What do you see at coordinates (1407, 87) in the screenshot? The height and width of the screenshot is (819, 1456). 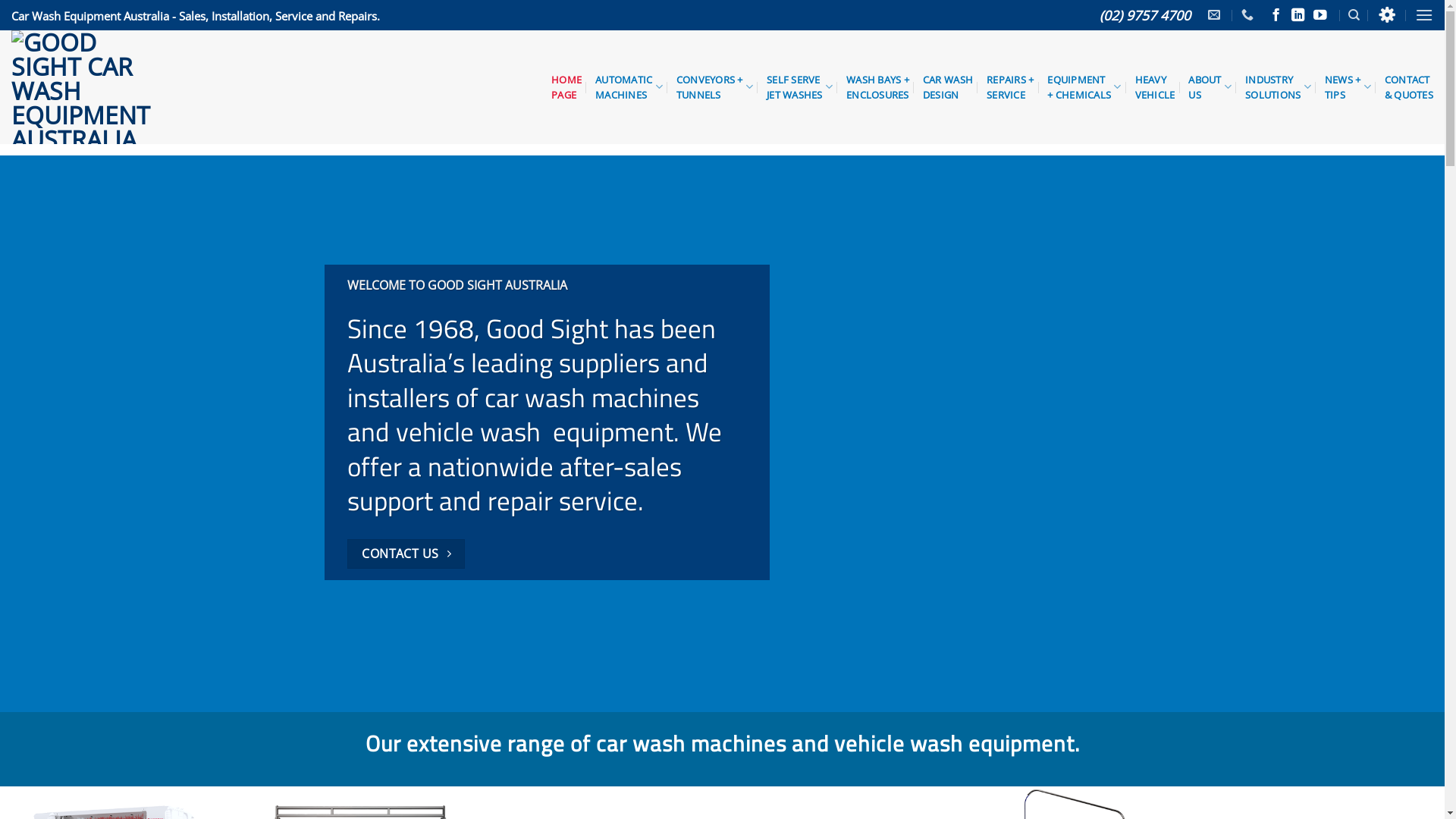 I see `'CONTACT` at bounding box center [1407, 87].